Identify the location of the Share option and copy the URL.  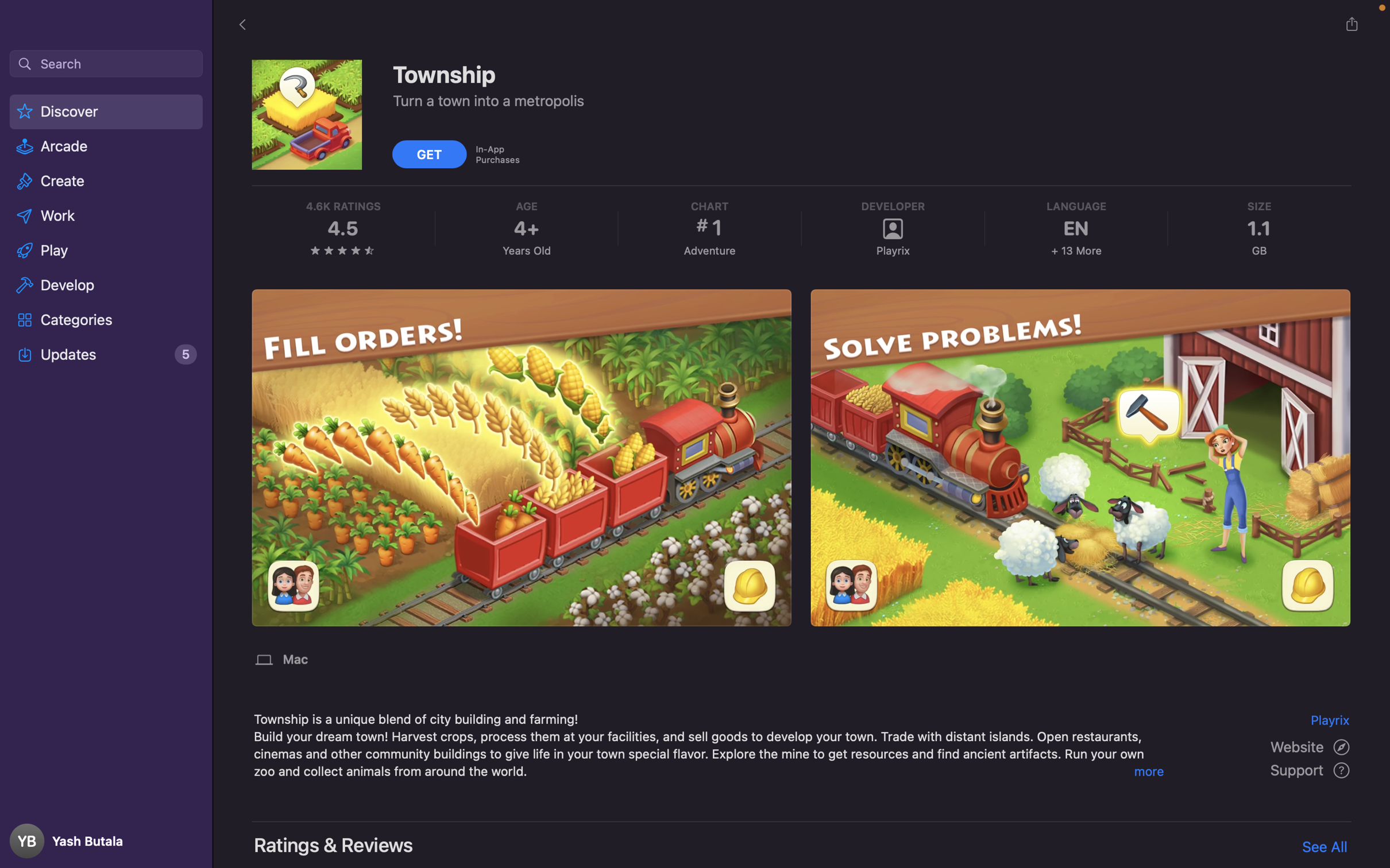
(1351, 24).